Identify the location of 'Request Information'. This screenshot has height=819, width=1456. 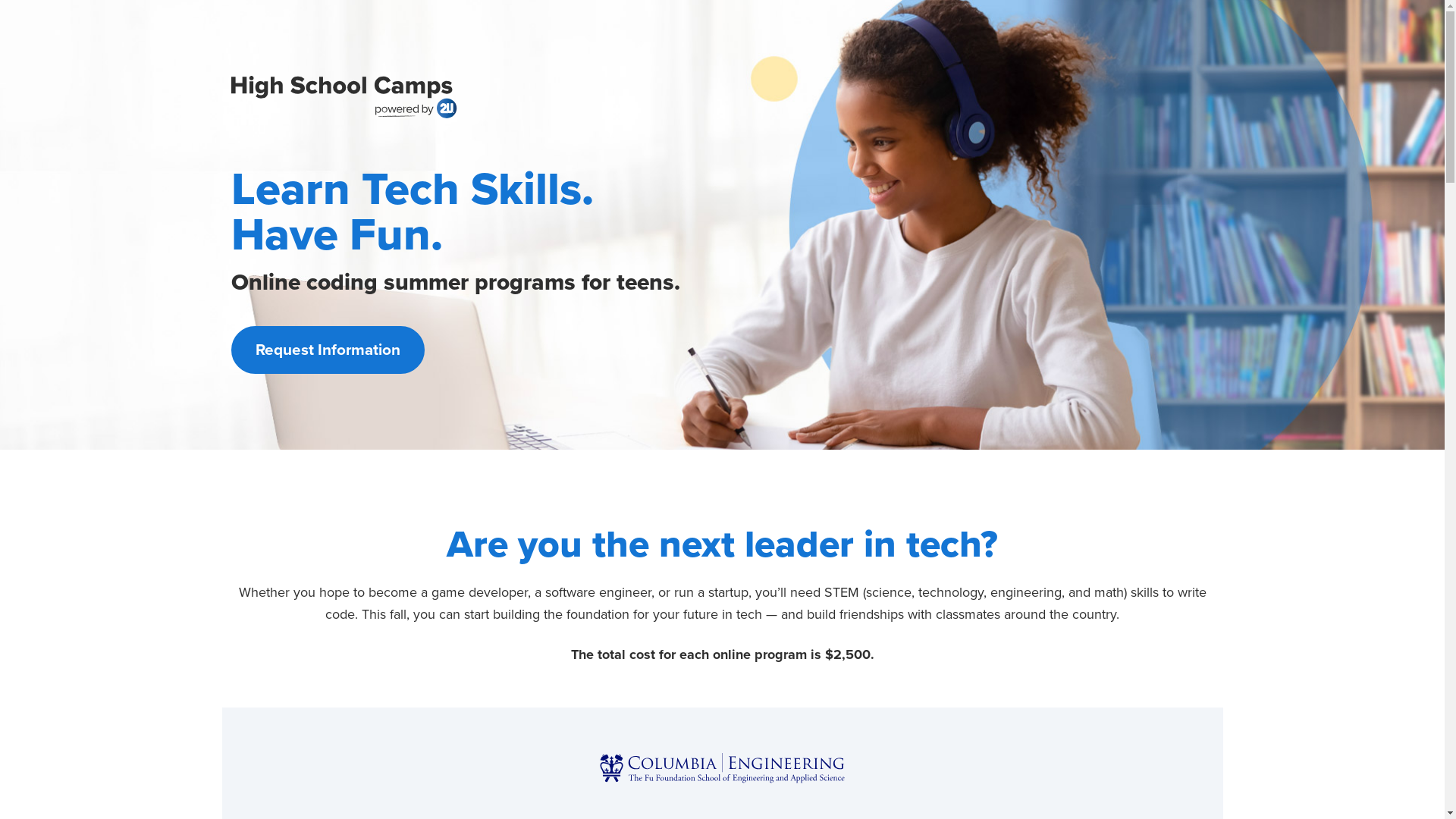
(327, 350).